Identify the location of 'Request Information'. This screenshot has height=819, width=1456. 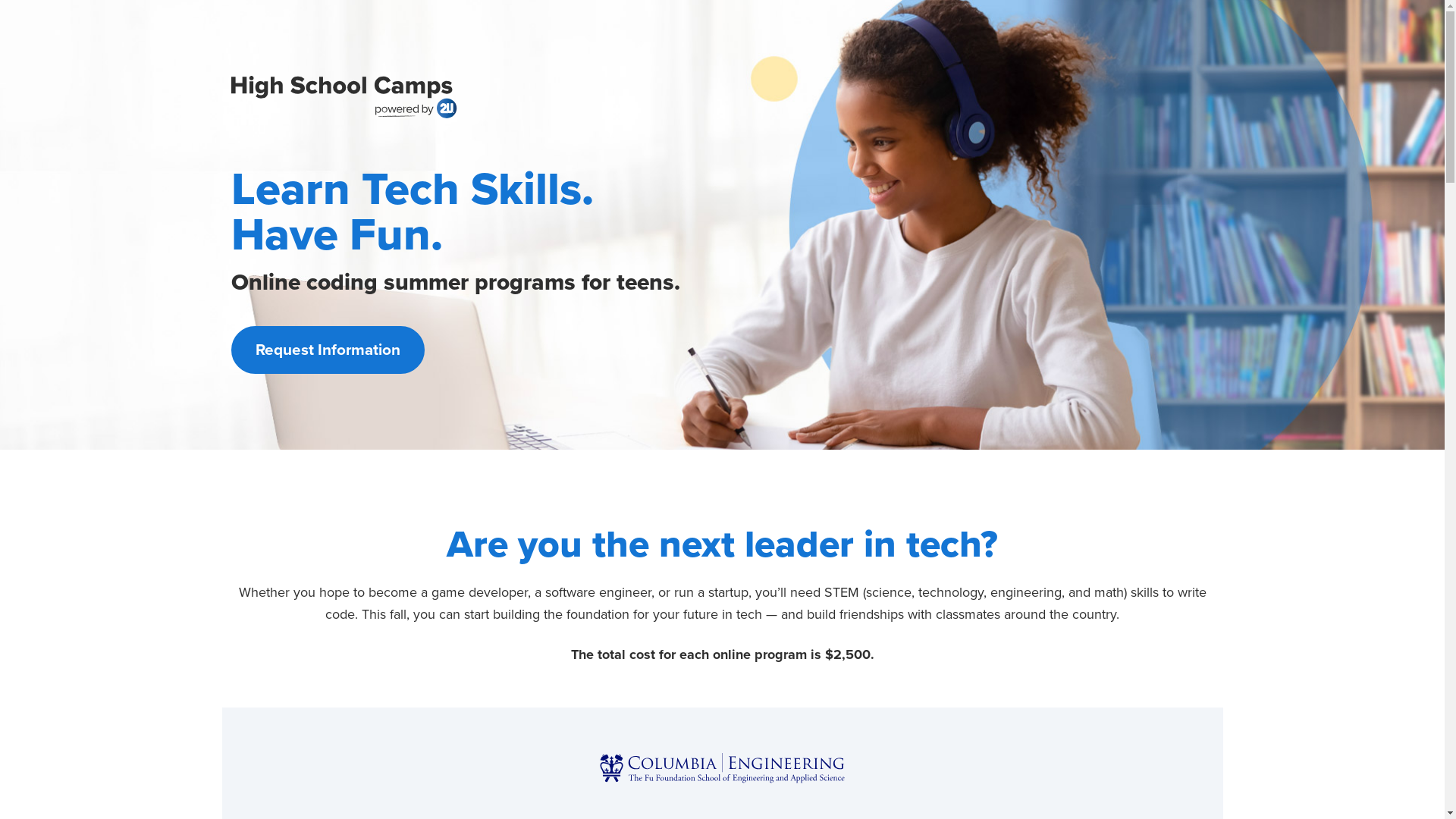
(327, 350).